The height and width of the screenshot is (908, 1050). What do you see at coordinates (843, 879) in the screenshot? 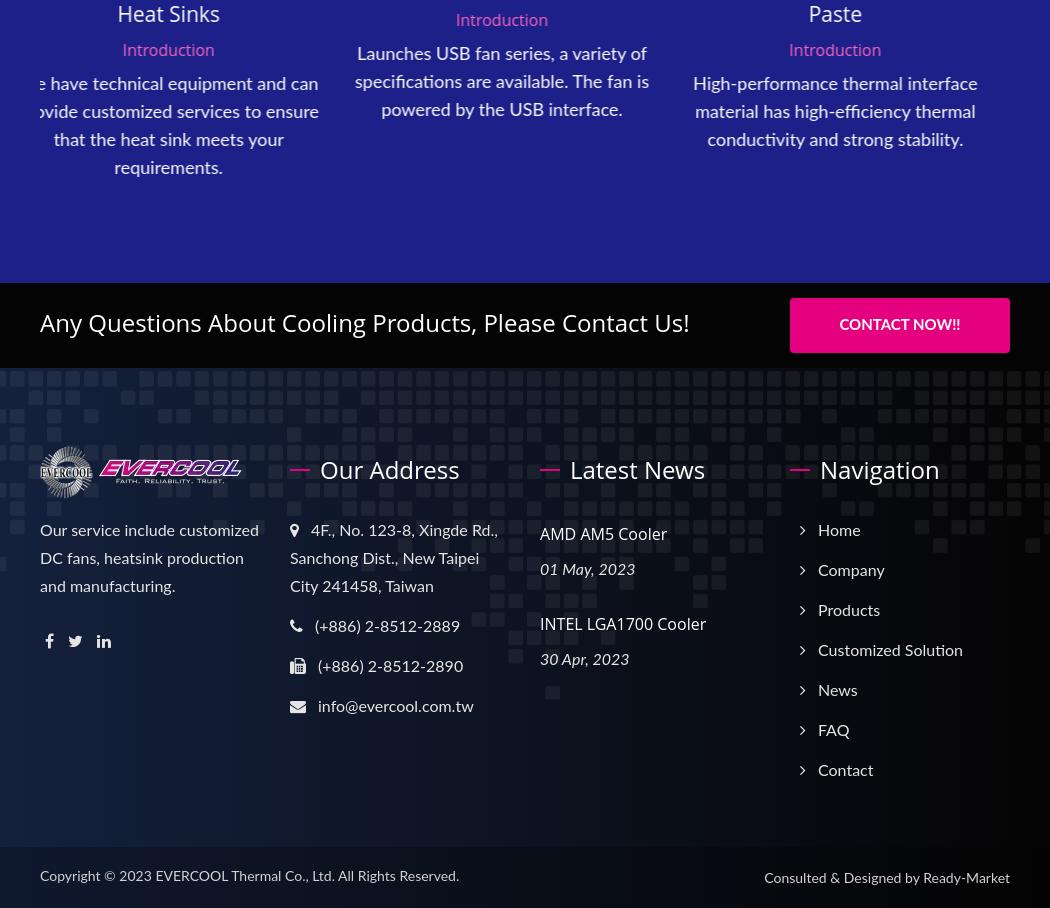
I see `'Consulted & Designed by'` at bounding box center [843, 879].